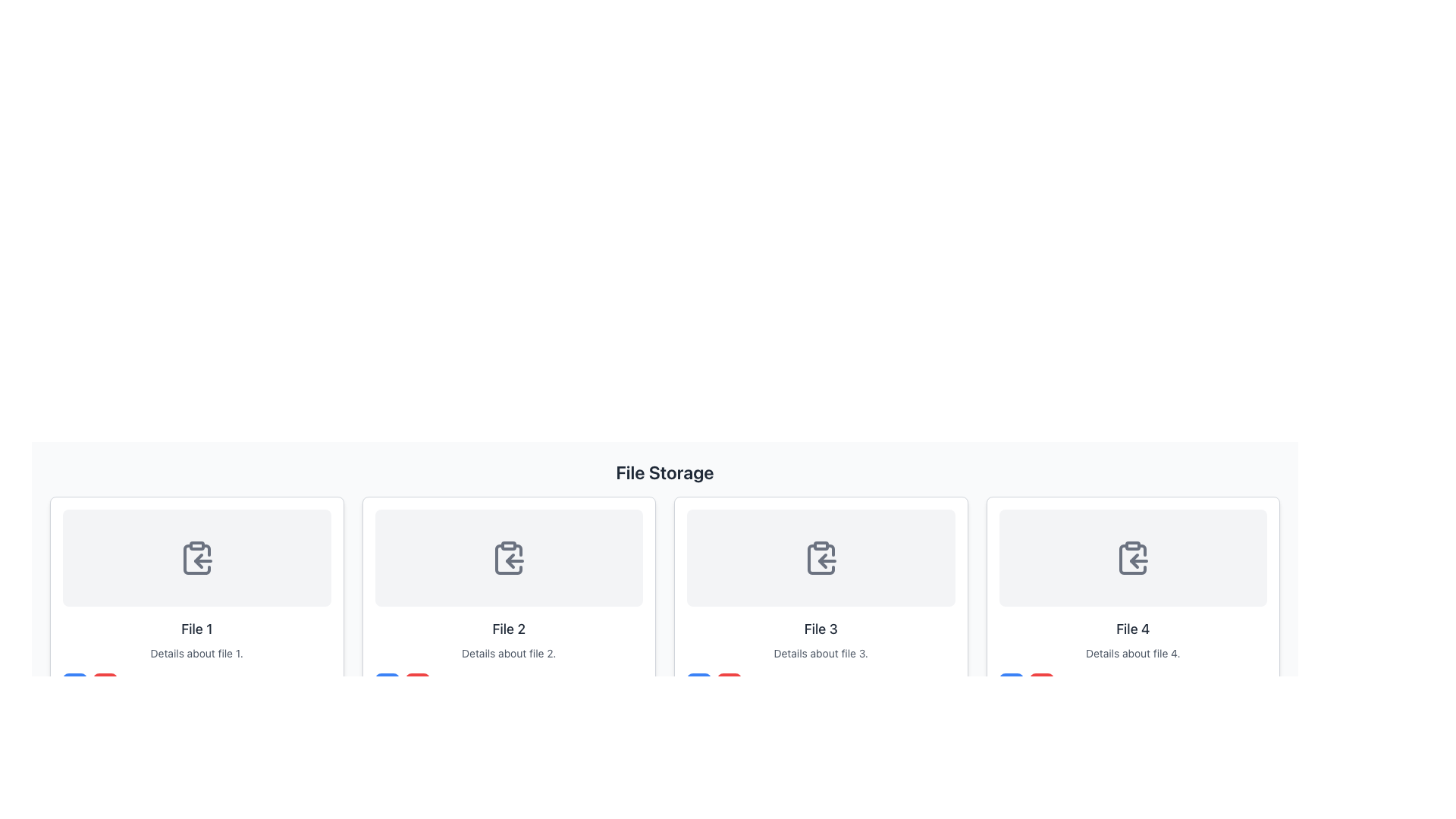  Describe the element at coordinates (821, 561) in the screenshot. I see `the left-oriented arrow inside the clipboard icon located in the header of the card titled 'File 3'` at that location.